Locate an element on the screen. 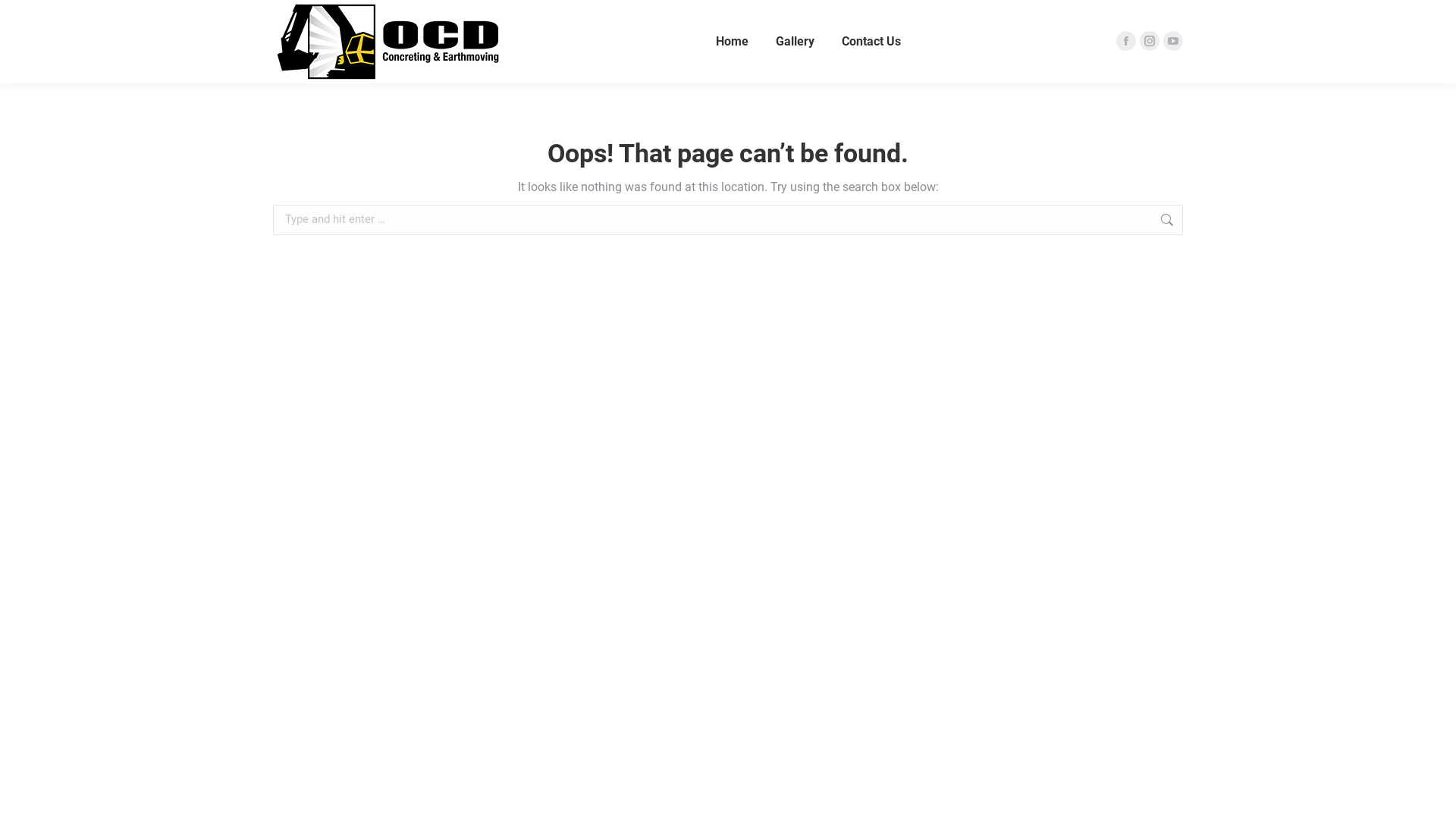  'Gallery' is located at coordinates (794, 40).